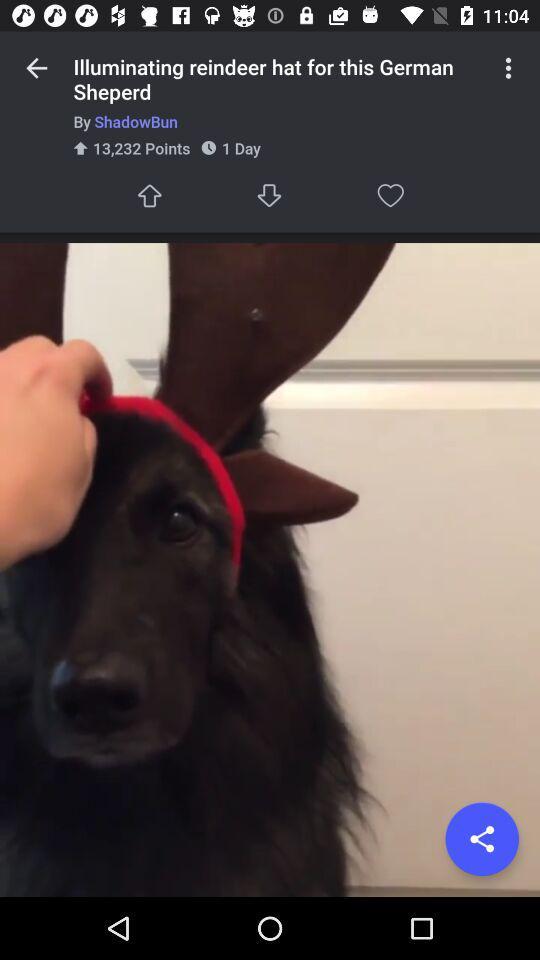 This screenshot has width=540, height=960. What do you see at coordinates (481, 839) in the screenshot?
I see `share the article` at bounding box center [481, 839].